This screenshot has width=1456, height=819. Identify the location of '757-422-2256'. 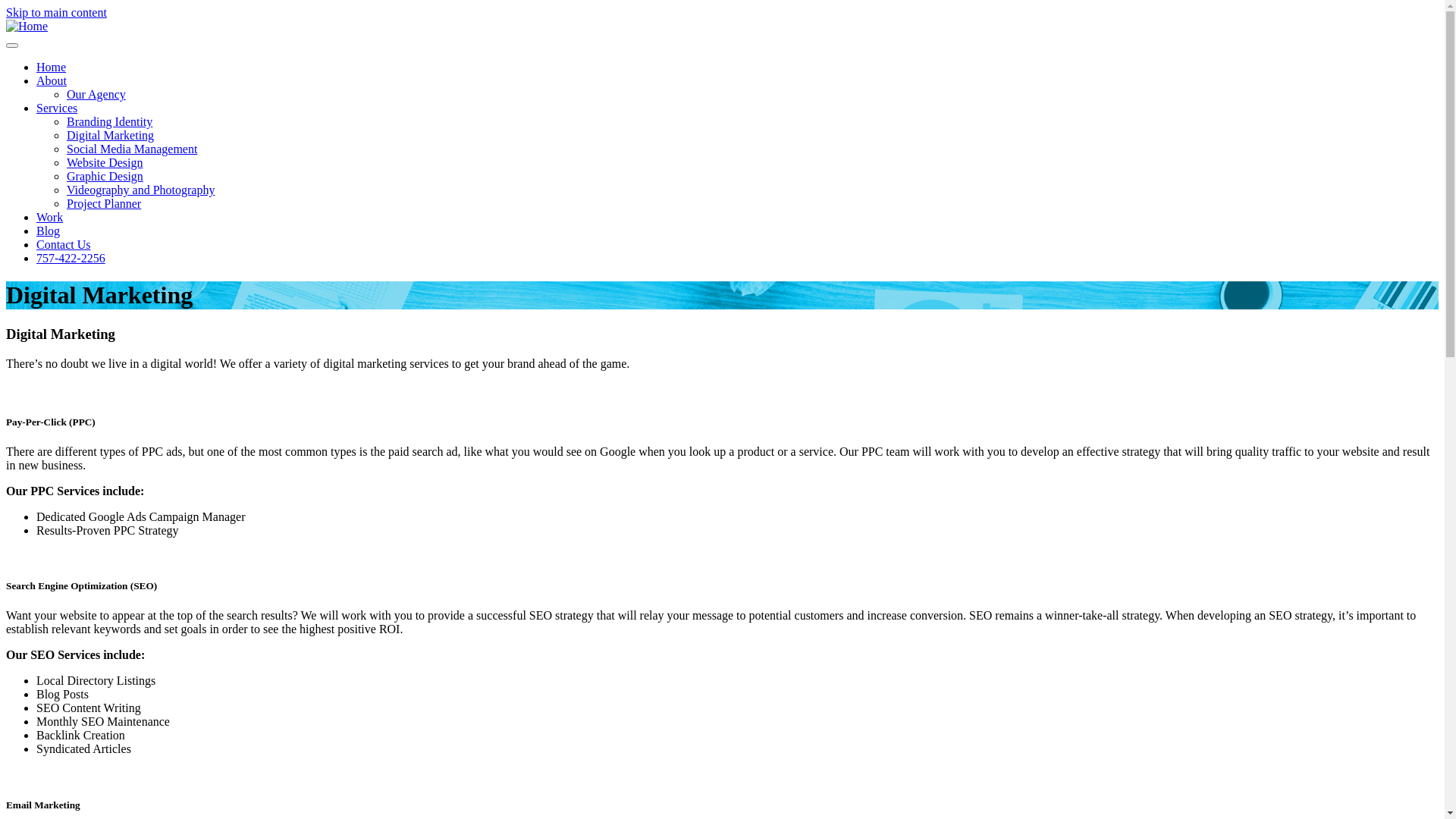
(70, 257).